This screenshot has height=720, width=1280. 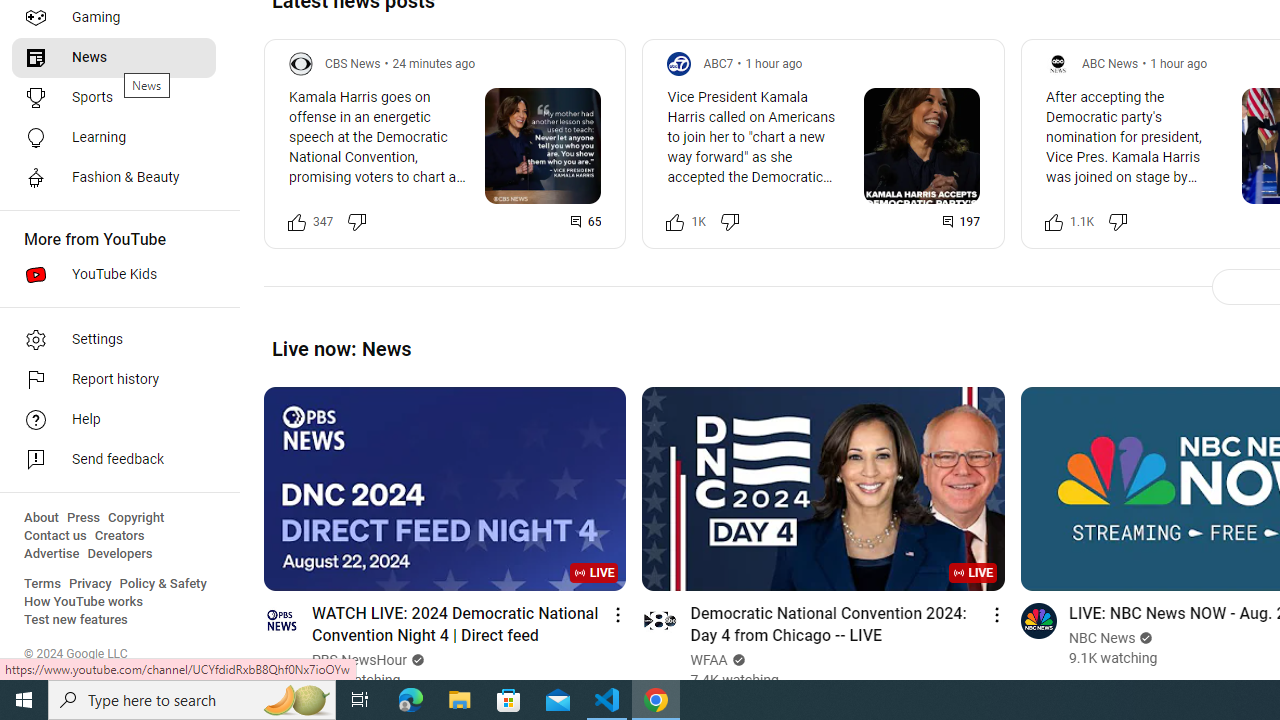 I want to click on '24 minutes ago', so click(x=432, y=62).